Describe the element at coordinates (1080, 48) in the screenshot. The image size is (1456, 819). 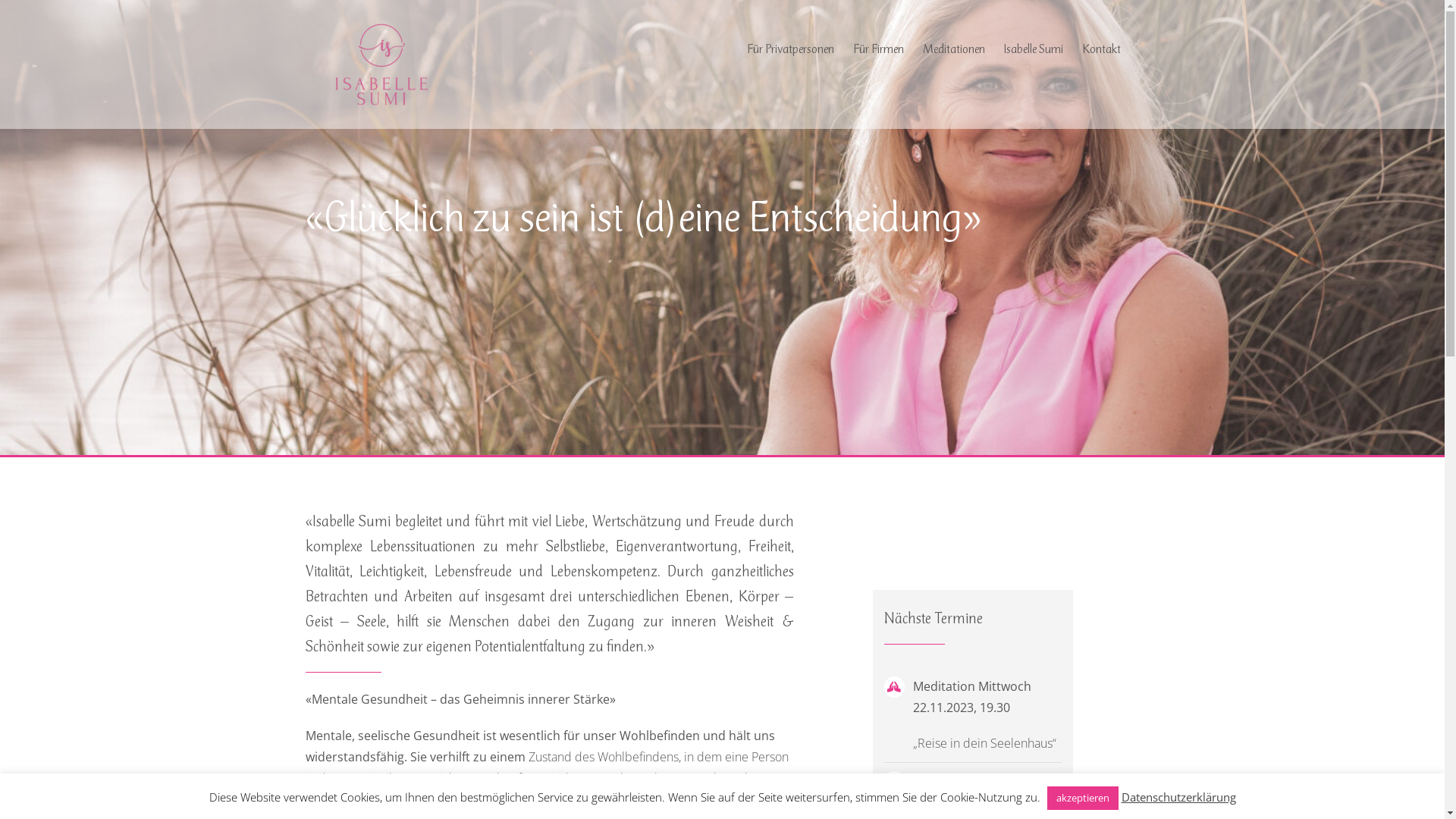
I see `'Kontakt'` at that location.